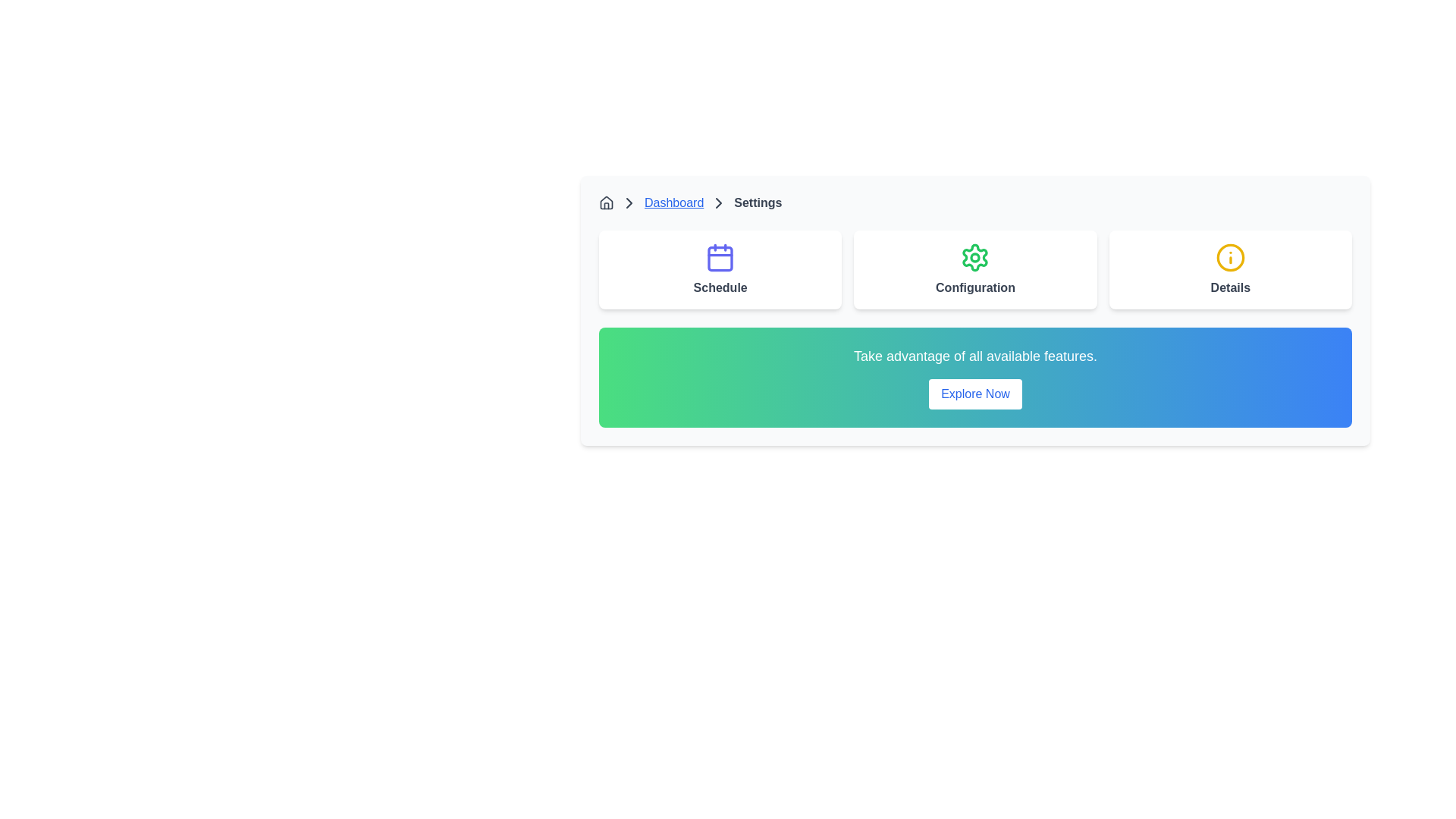 The width and height of the screenshot is (1456, 819). Describe the element at coordinates (975, 288) in the screenshot. I see `the Text label that describes the settings configuration section, located below the green settings icon in the middle card of a grid of three cards` at that location.